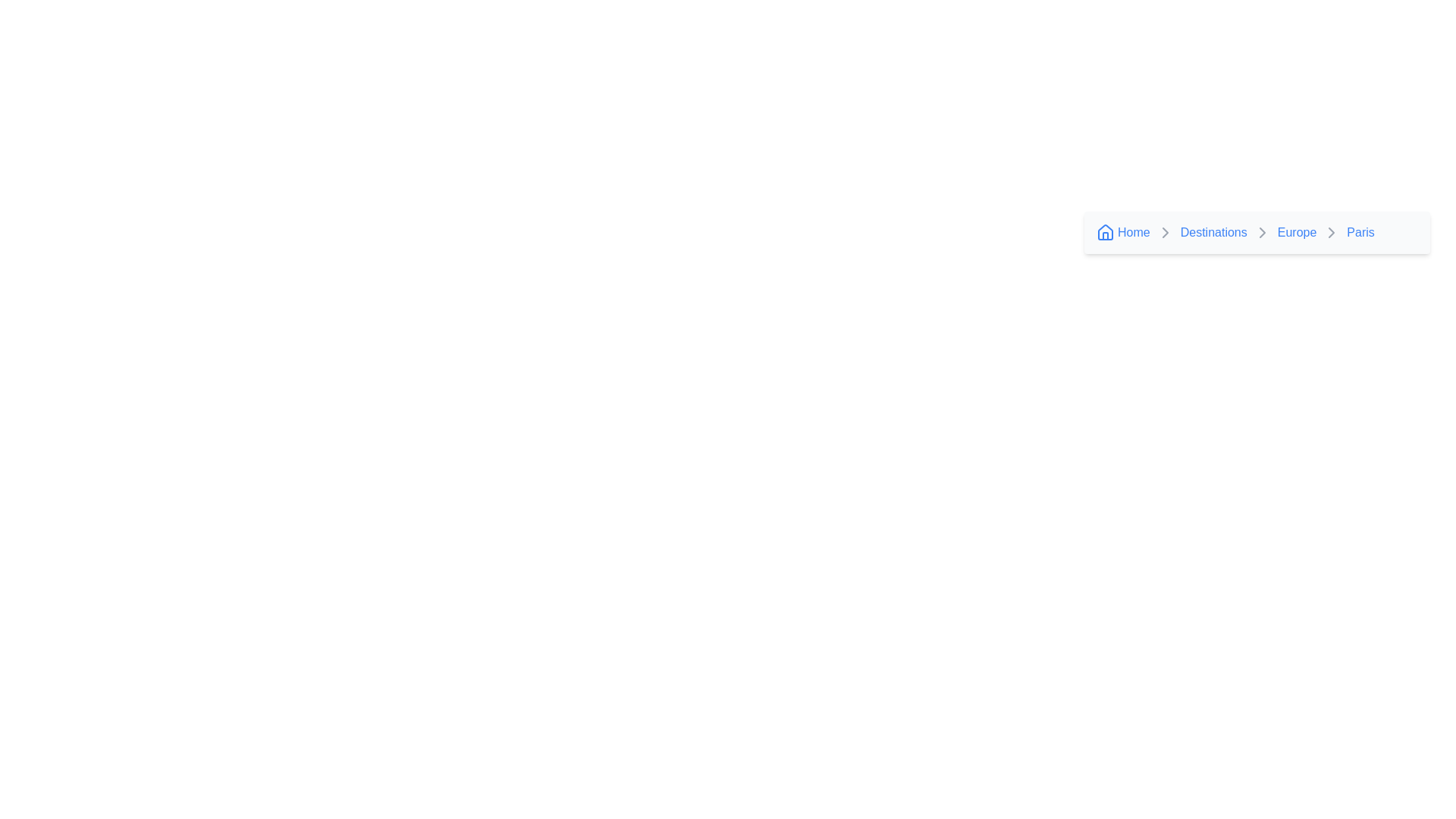 The height and width of the screenshot is (819, 1456). Describe the element at coordinates (1310, 233) in the screenshot. I see `the 'Europe' breadcrumb navigation link` at that location.